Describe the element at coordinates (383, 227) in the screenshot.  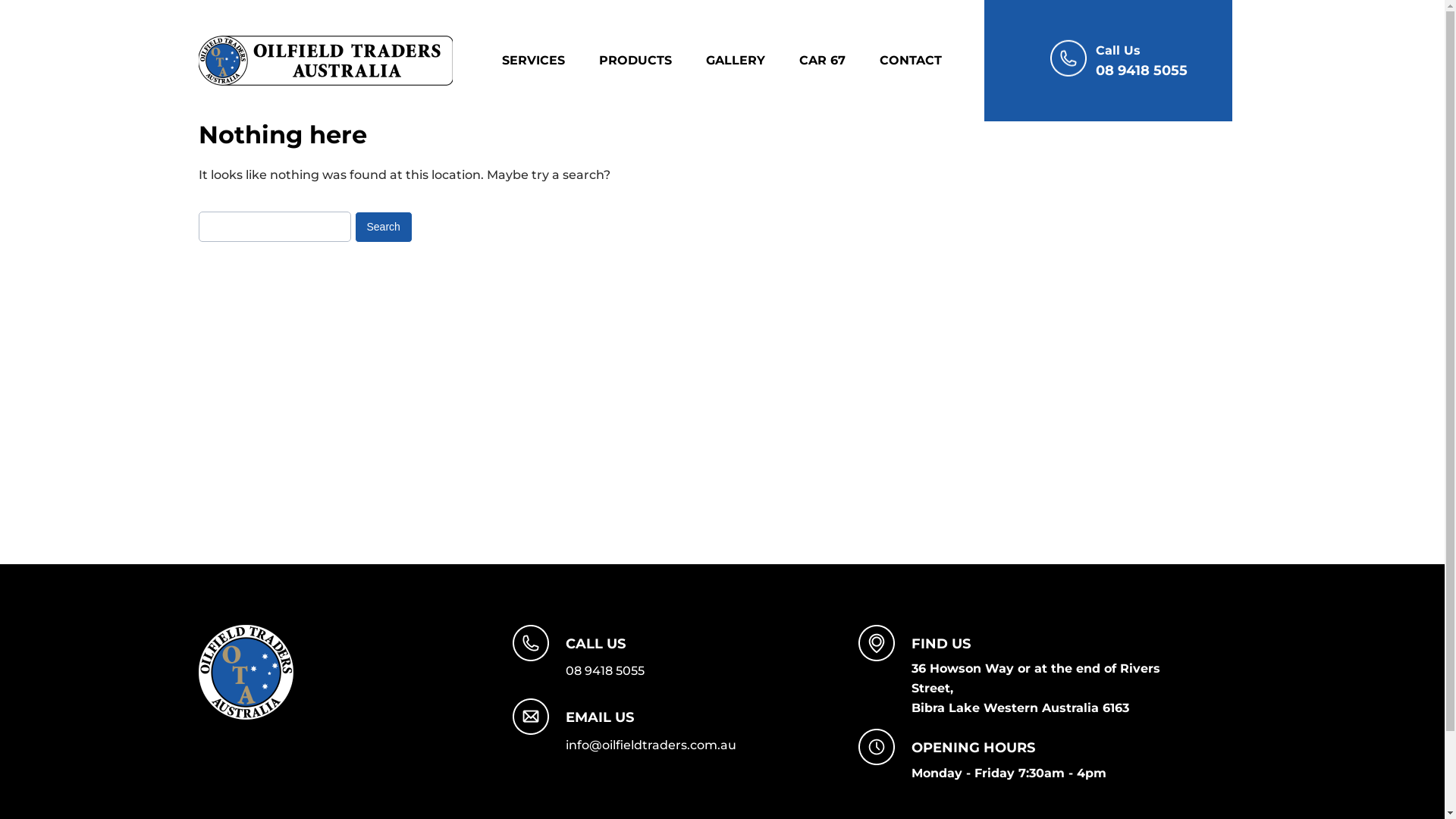
I see `'Search'` at that location.